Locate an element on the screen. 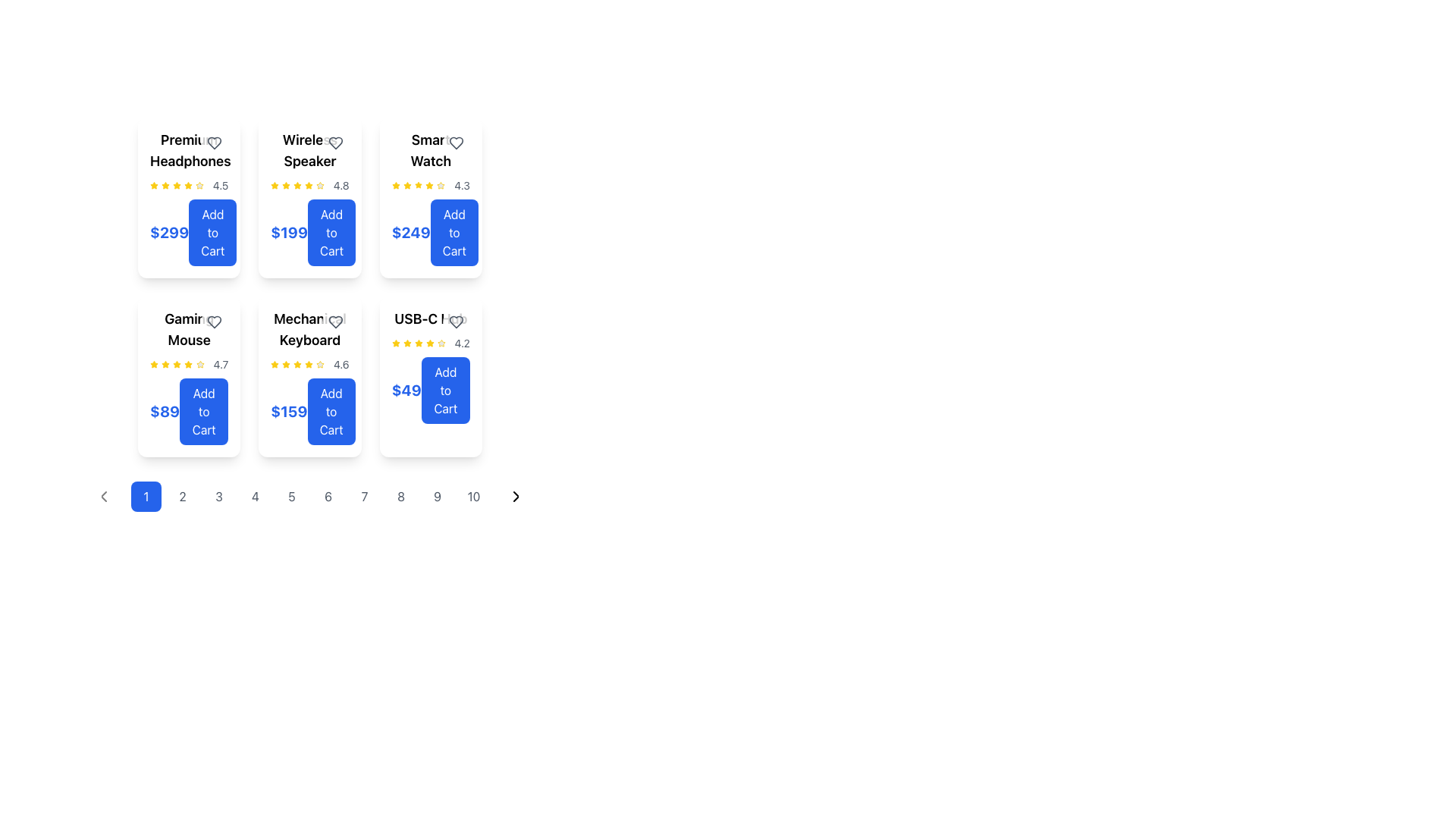 Image resolution: width=1456 pixels, height=819 pixels. the star icon representing one of the rating points for 'Premium Headphones', located in the top-left corner of the product grid is located at coordinates (165, 184).